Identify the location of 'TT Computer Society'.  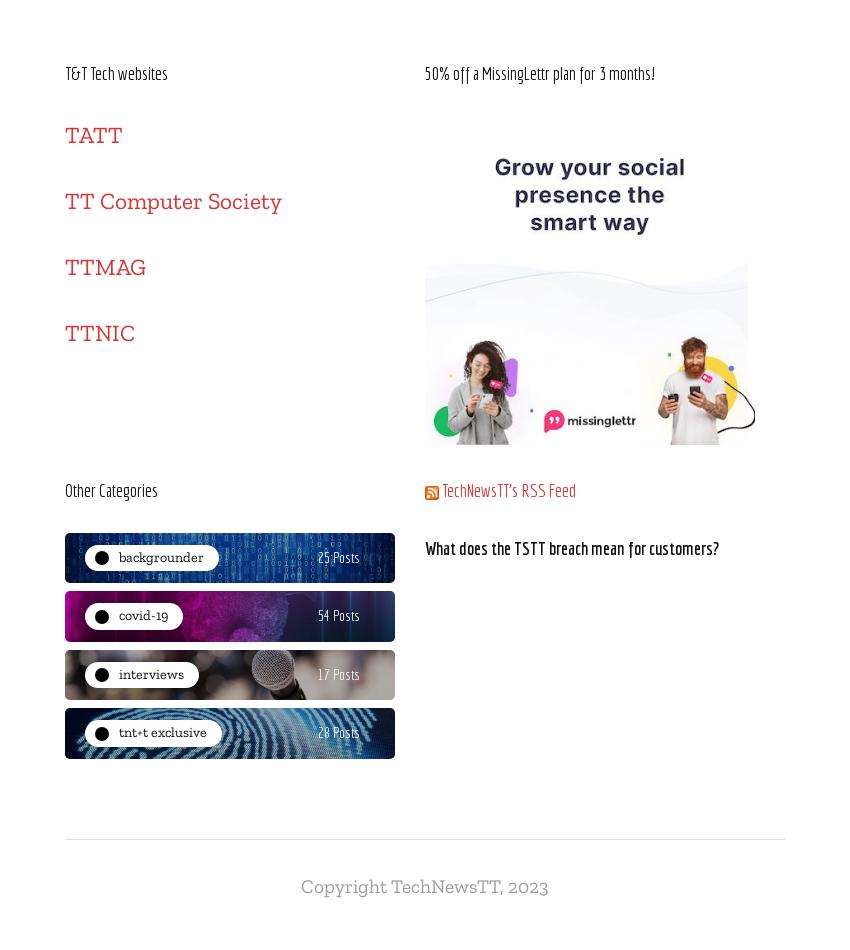
(172, 201).